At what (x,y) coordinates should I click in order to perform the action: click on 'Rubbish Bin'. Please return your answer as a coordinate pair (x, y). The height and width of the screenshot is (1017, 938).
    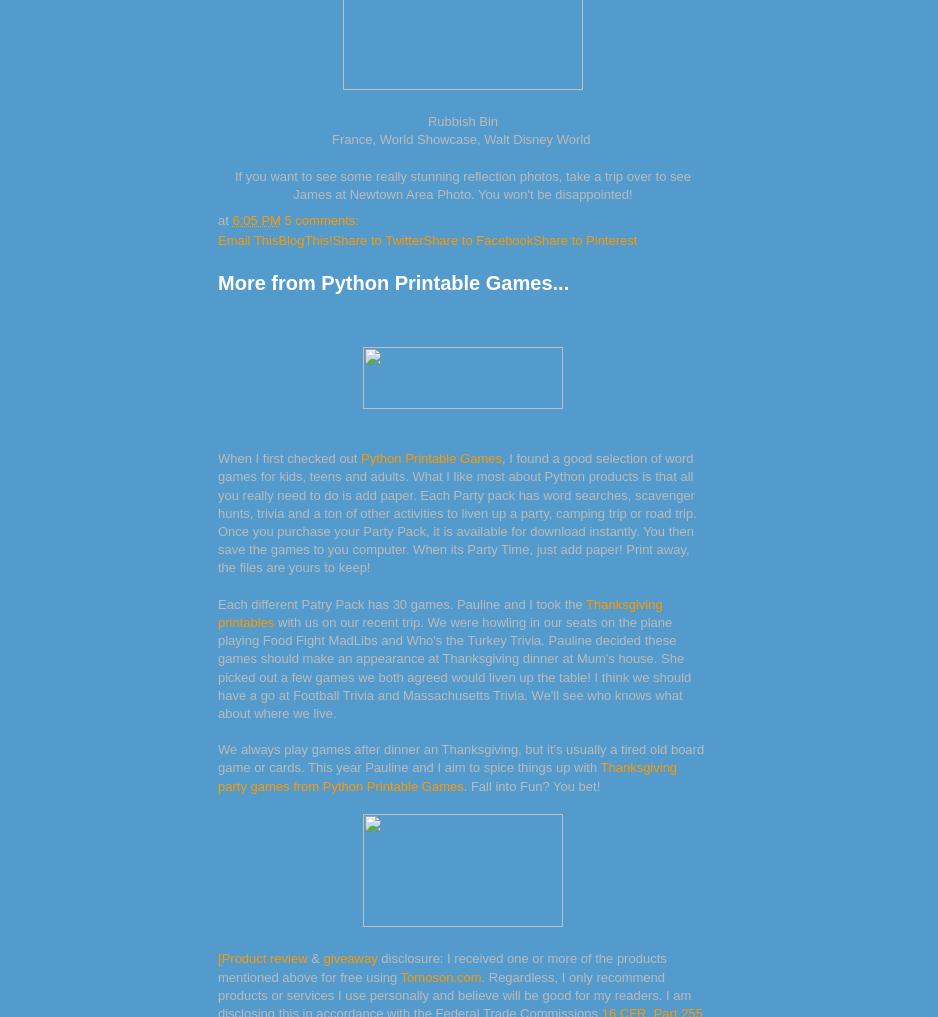
    Looking at the image, I should click on (461, 120).